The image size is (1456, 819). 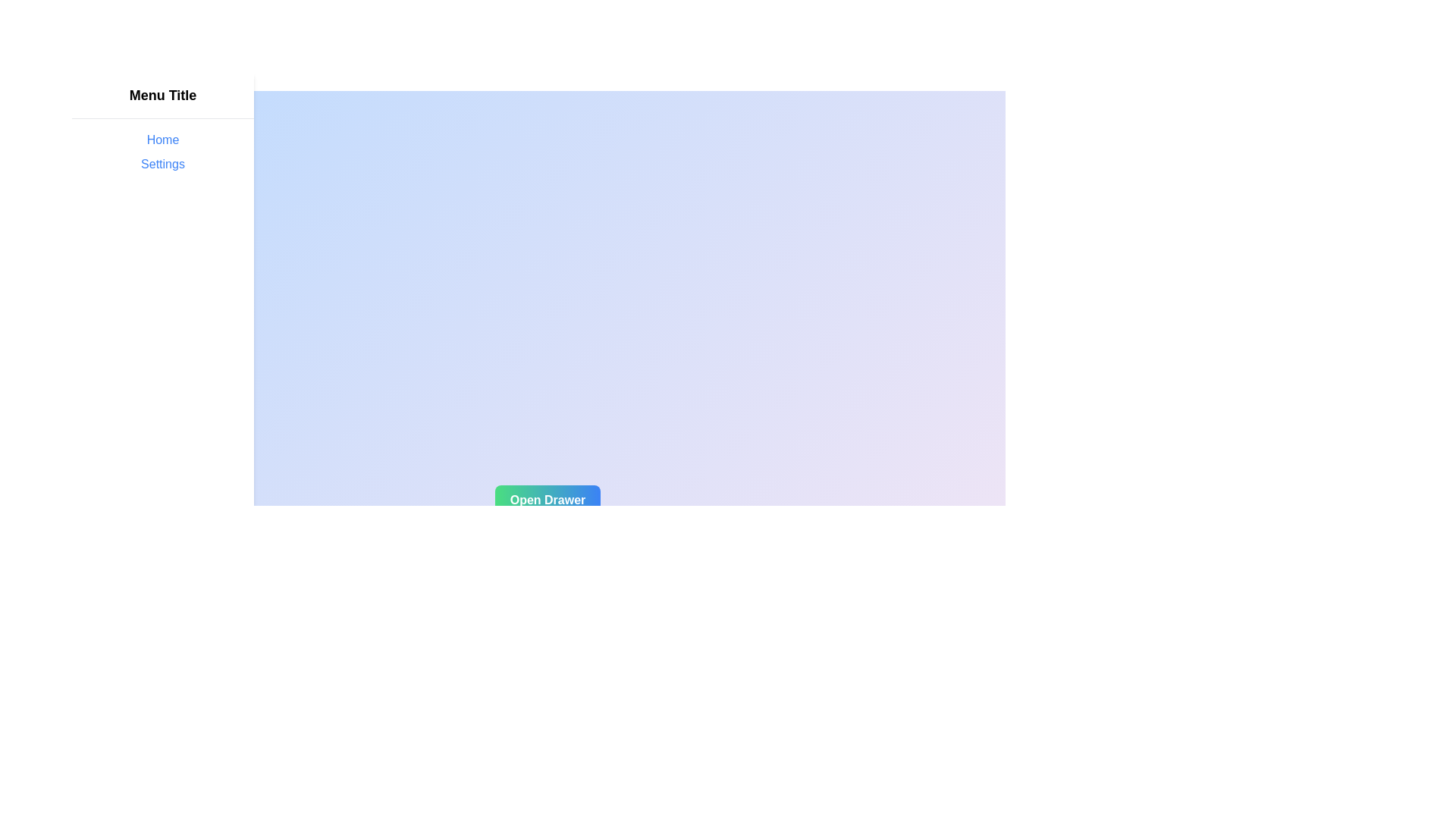 I want to click on the menu item Home, so click(x=163, y=140).